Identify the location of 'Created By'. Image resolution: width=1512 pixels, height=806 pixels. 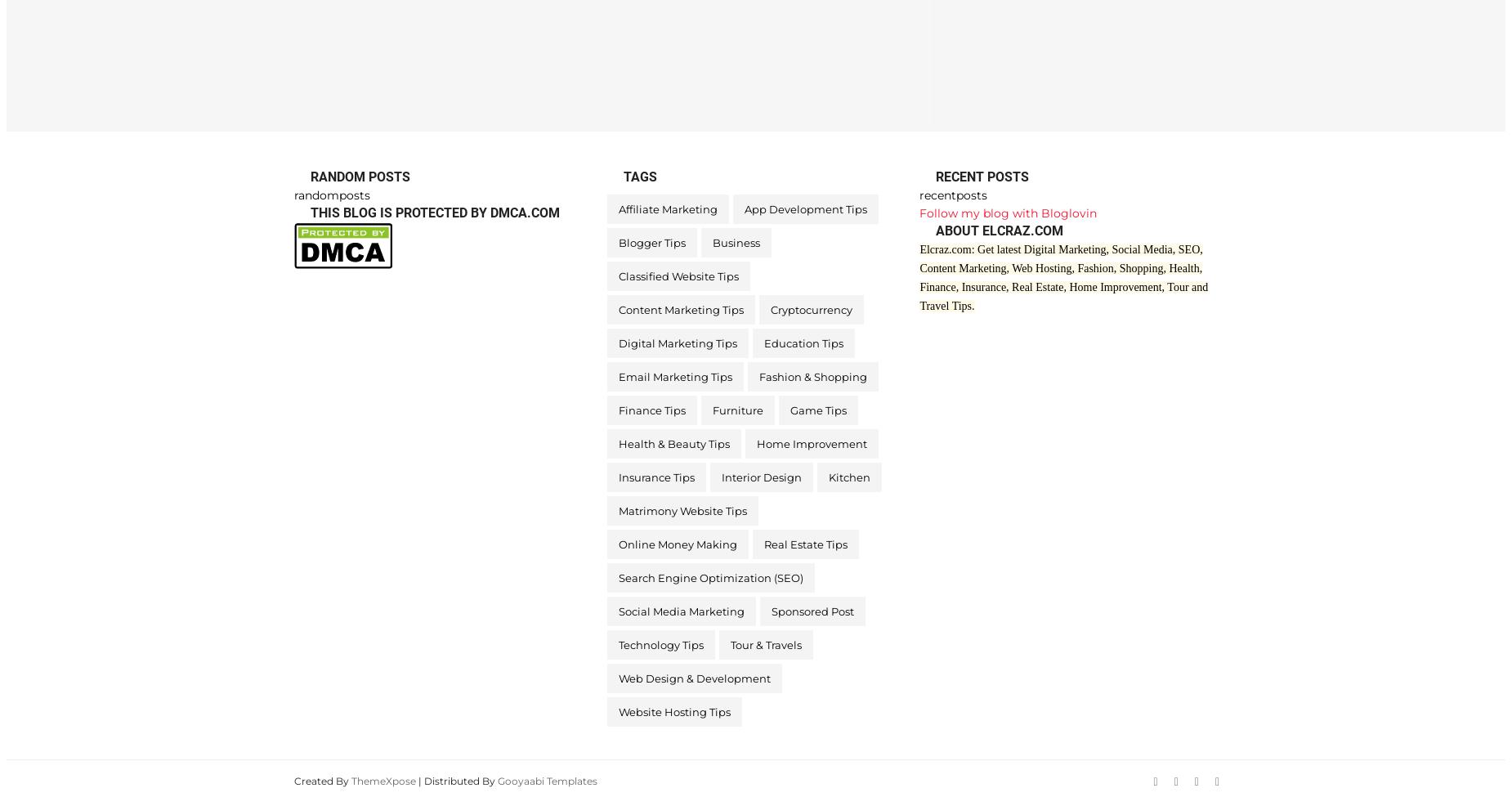
(321, 781).